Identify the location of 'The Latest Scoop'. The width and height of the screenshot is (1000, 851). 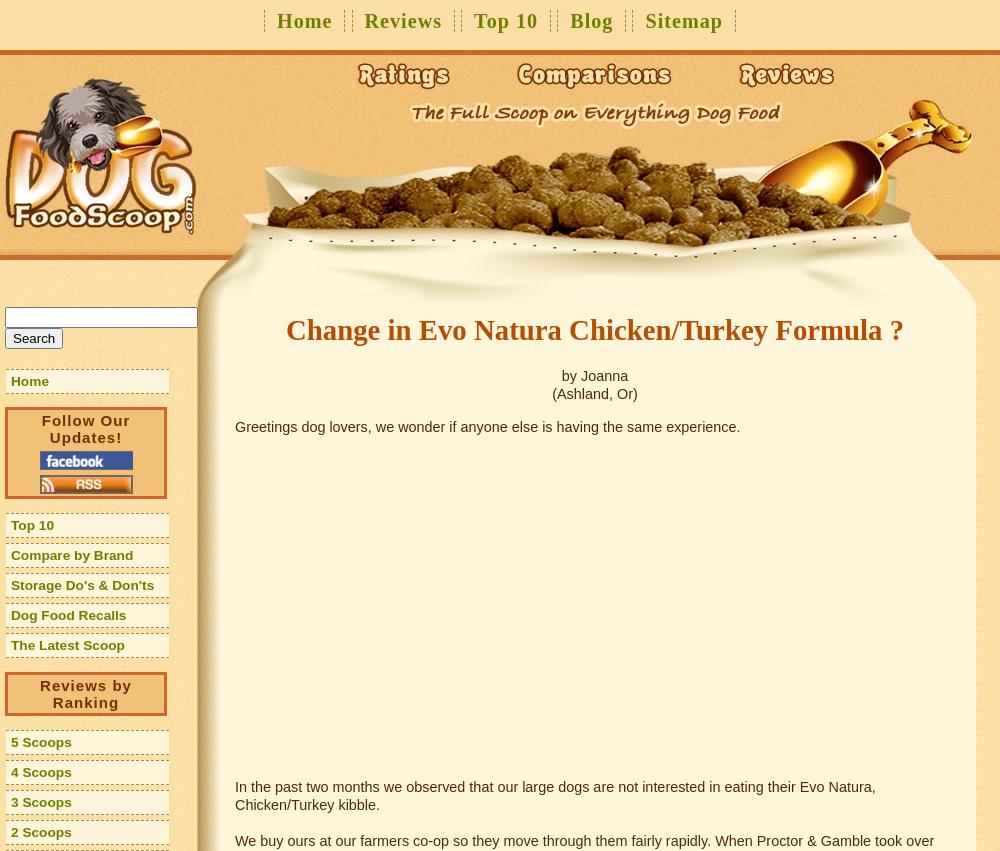
(11, 644).